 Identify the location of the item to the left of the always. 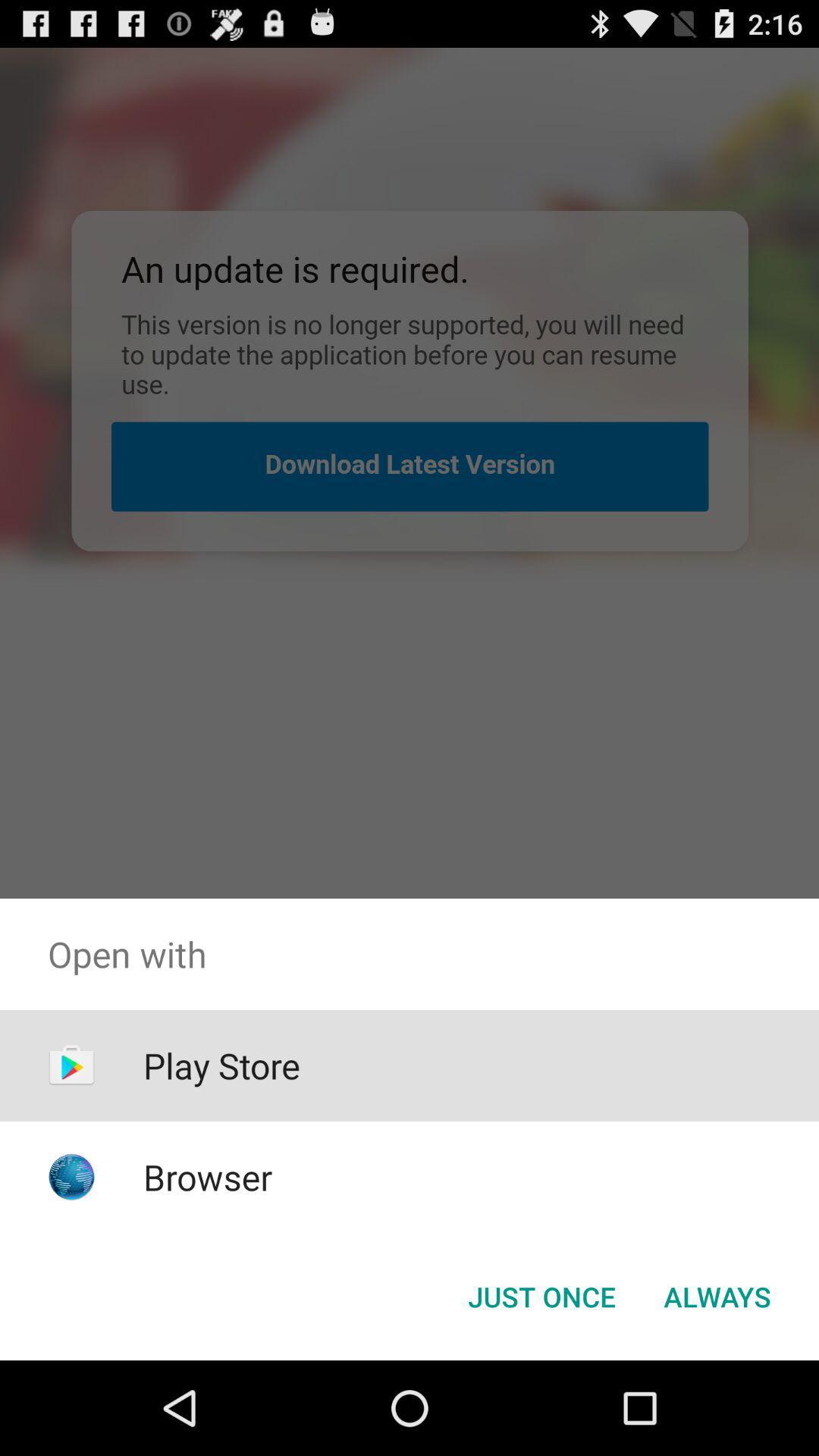
(541, 1295).